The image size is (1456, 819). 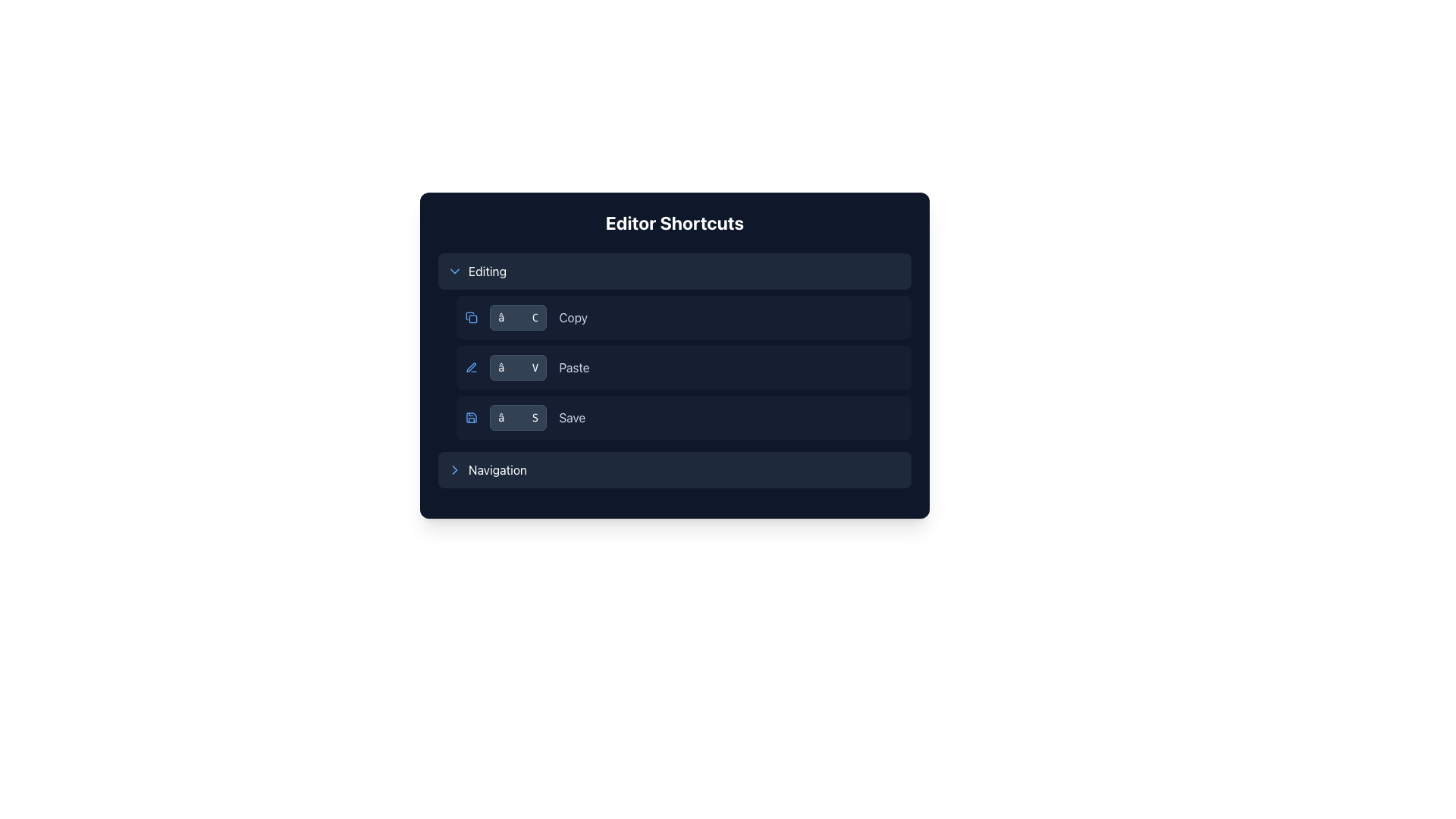 I want to click on the blue floppy disk icon located at the far left of the 'Save' entry in the shortcuts list, so click(x=471, y=418).